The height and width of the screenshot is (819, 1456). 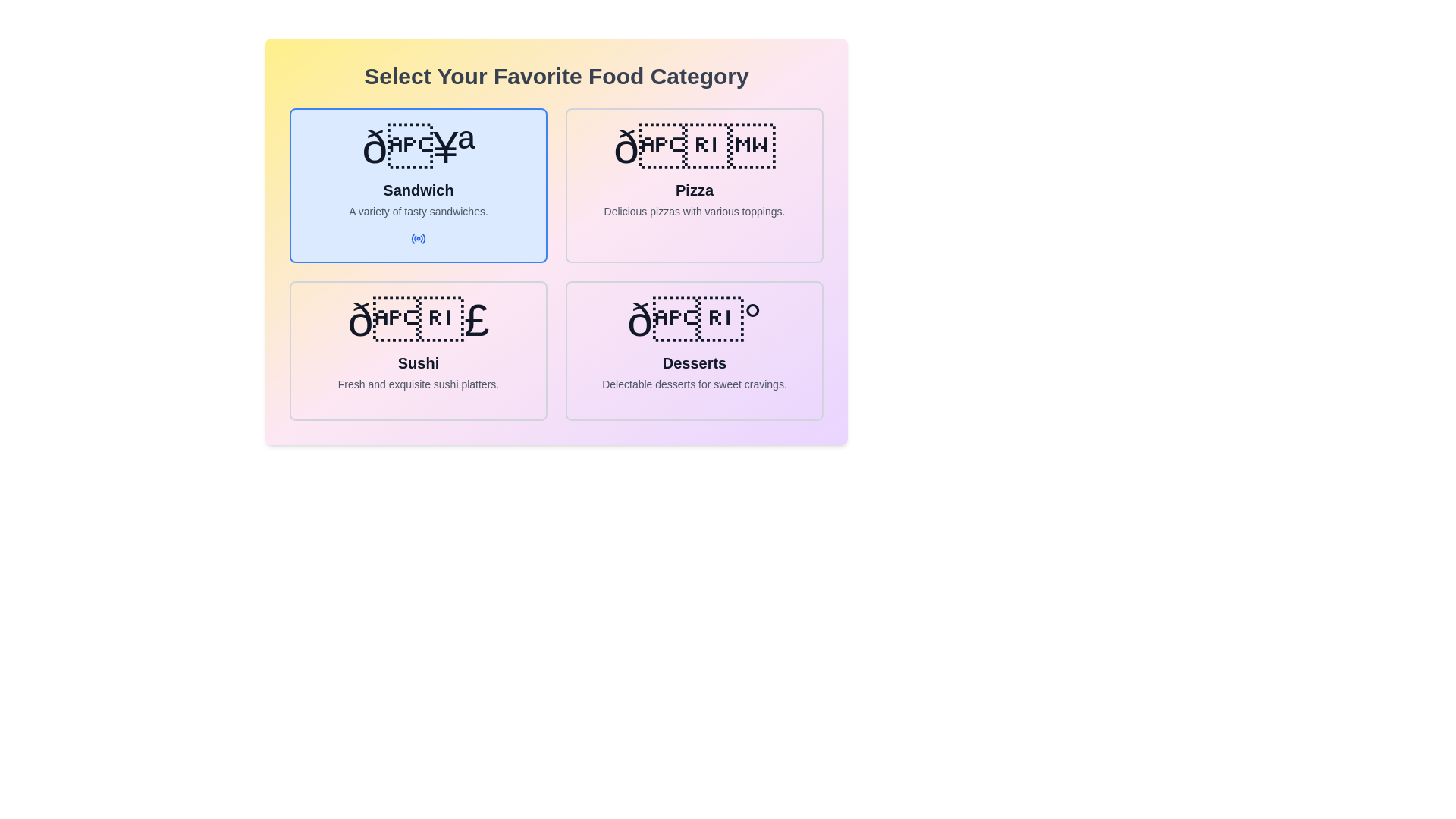 What do you see at coordinates (694, 185) in the screenshot?
I see `the 'Pizza' category card, which is the second item in a grid of four in the top-right quadrant, adjacent to 'Sandwich', 'Sushi', and 'Desserts'` at bounding box center [694, 185].